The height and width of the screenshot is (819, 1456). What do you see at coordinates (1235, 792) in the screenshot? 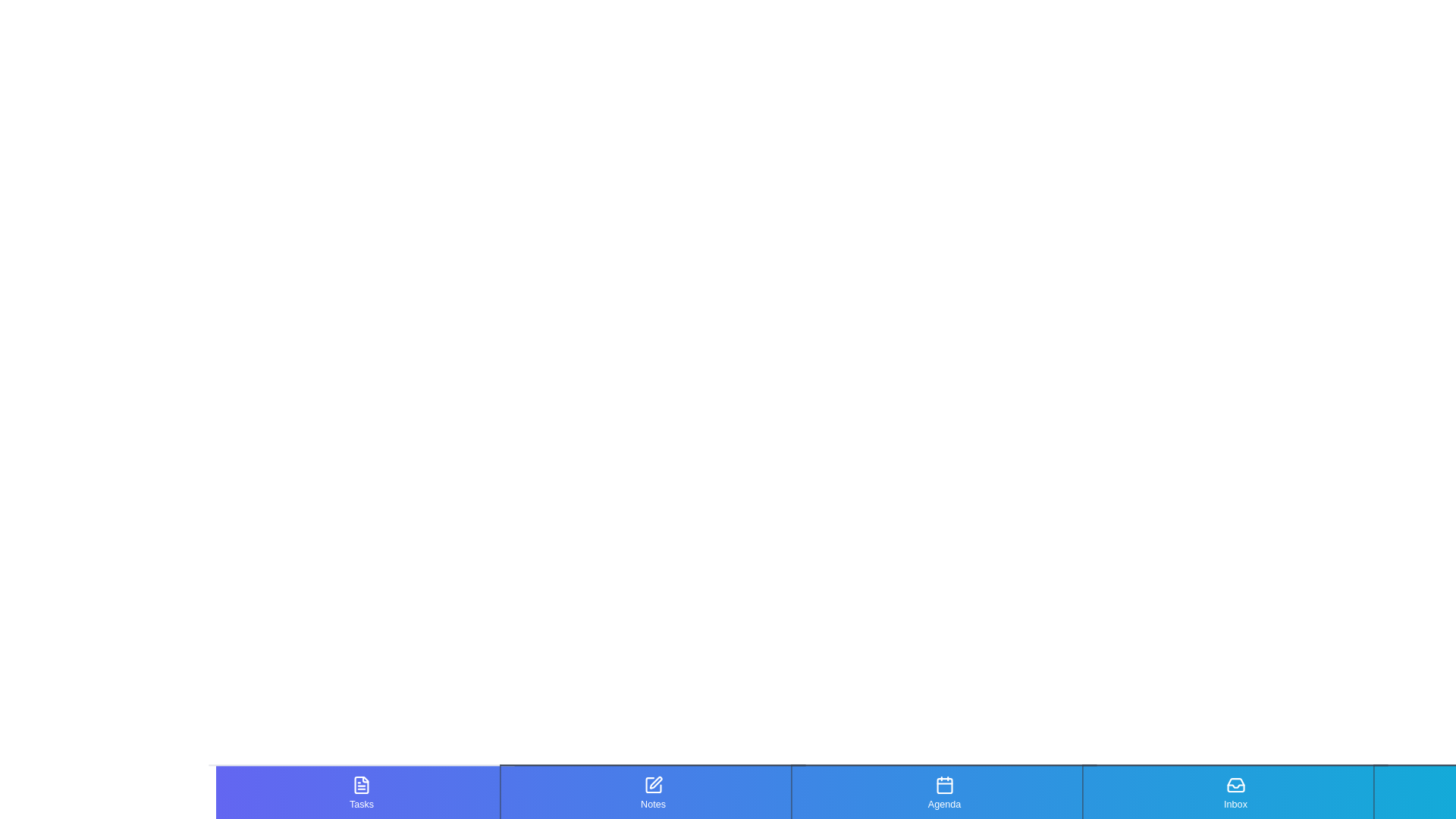
I see `the tab corresponding to Inbox by clicking on it` at bounding box center [1235, 792].